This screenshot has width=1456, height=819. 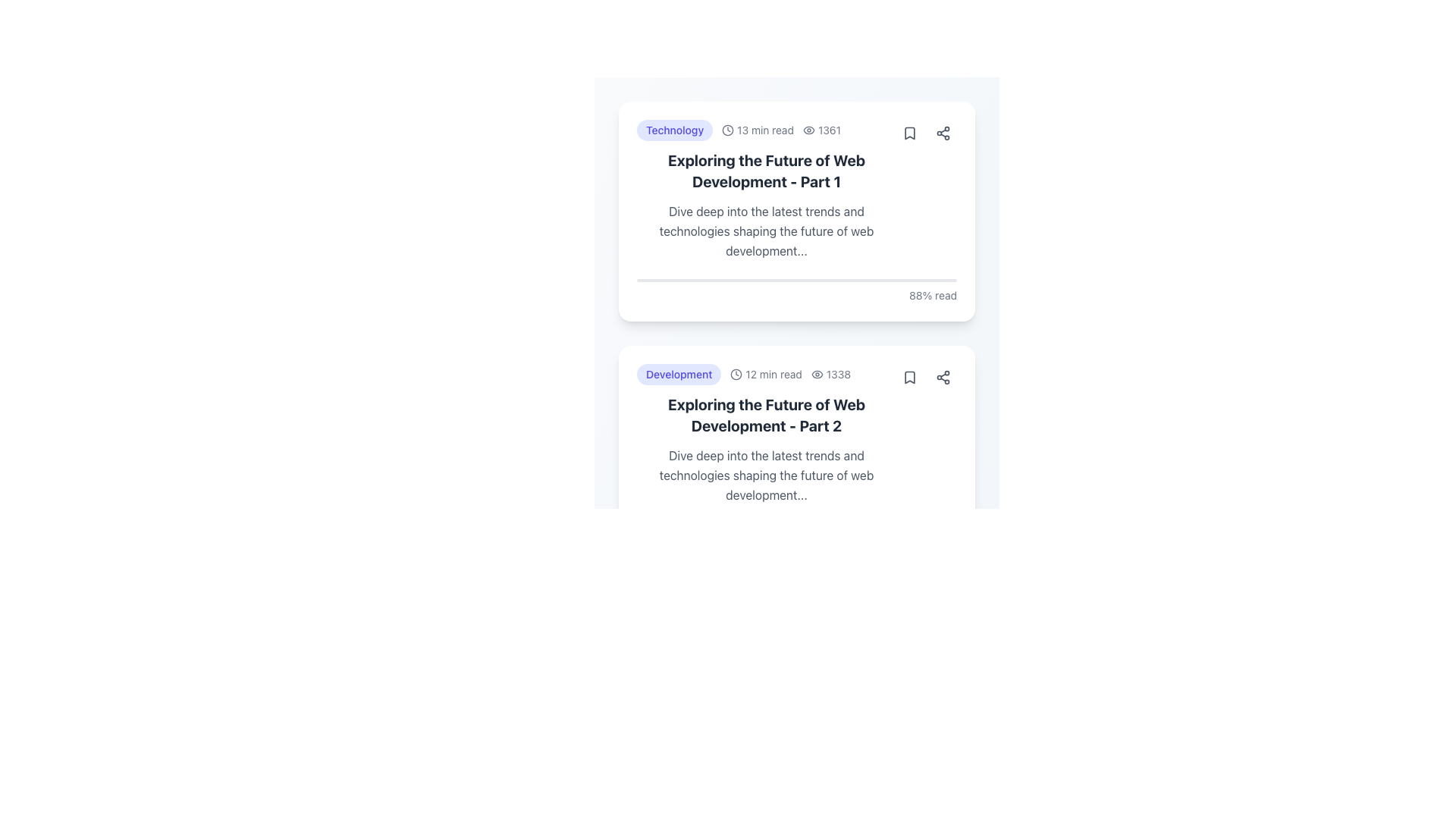 What do you see at coordinates (796, 211) in the screenshot?
I see `the first informational card in the vertical grid layout` at bounding box center [796, 211].